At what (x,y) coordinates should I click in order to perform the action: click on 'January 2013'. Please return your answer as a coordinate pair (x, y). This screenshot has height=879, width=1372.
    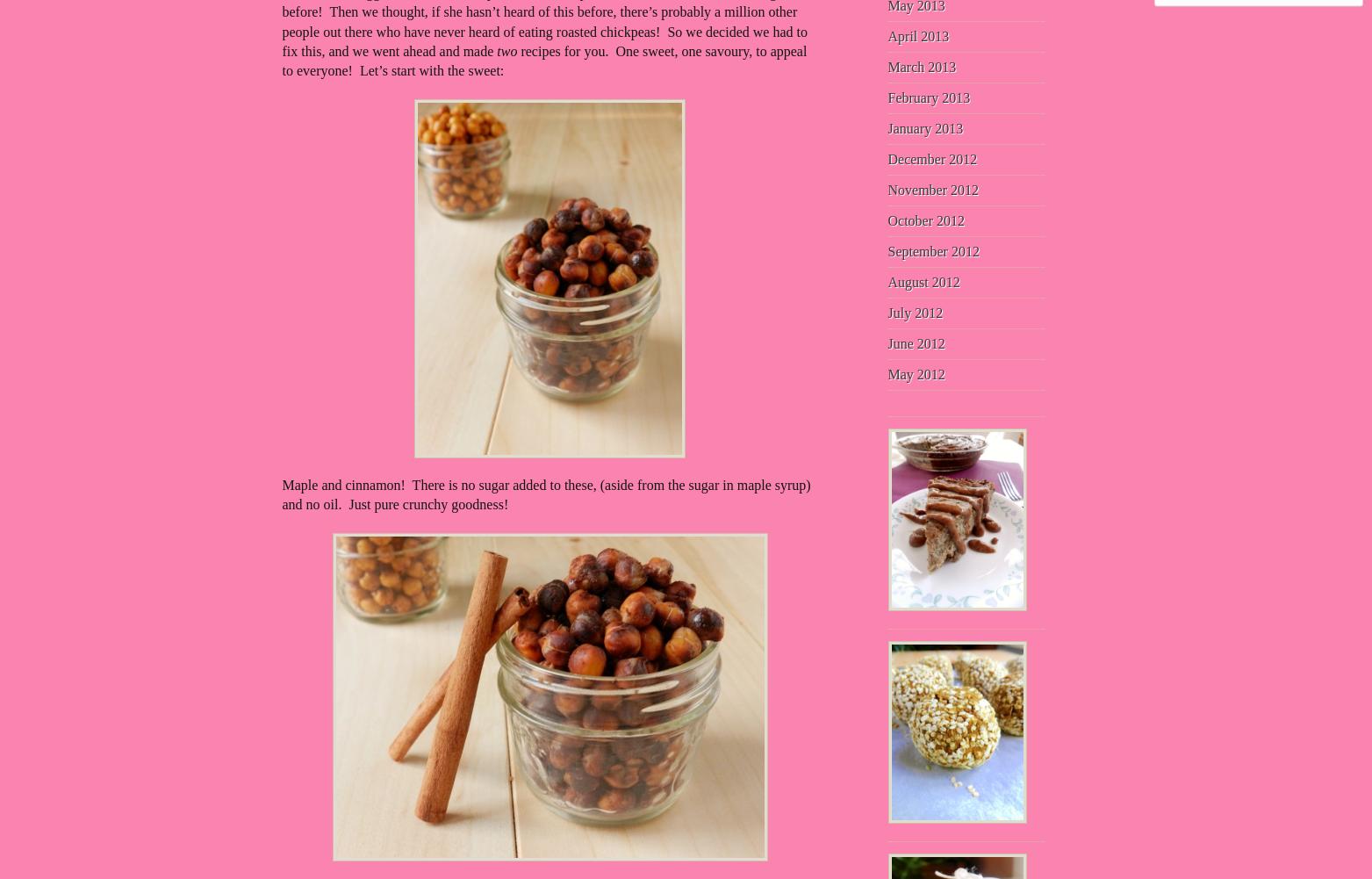
    Looking at the image, I should click on (924, 127).